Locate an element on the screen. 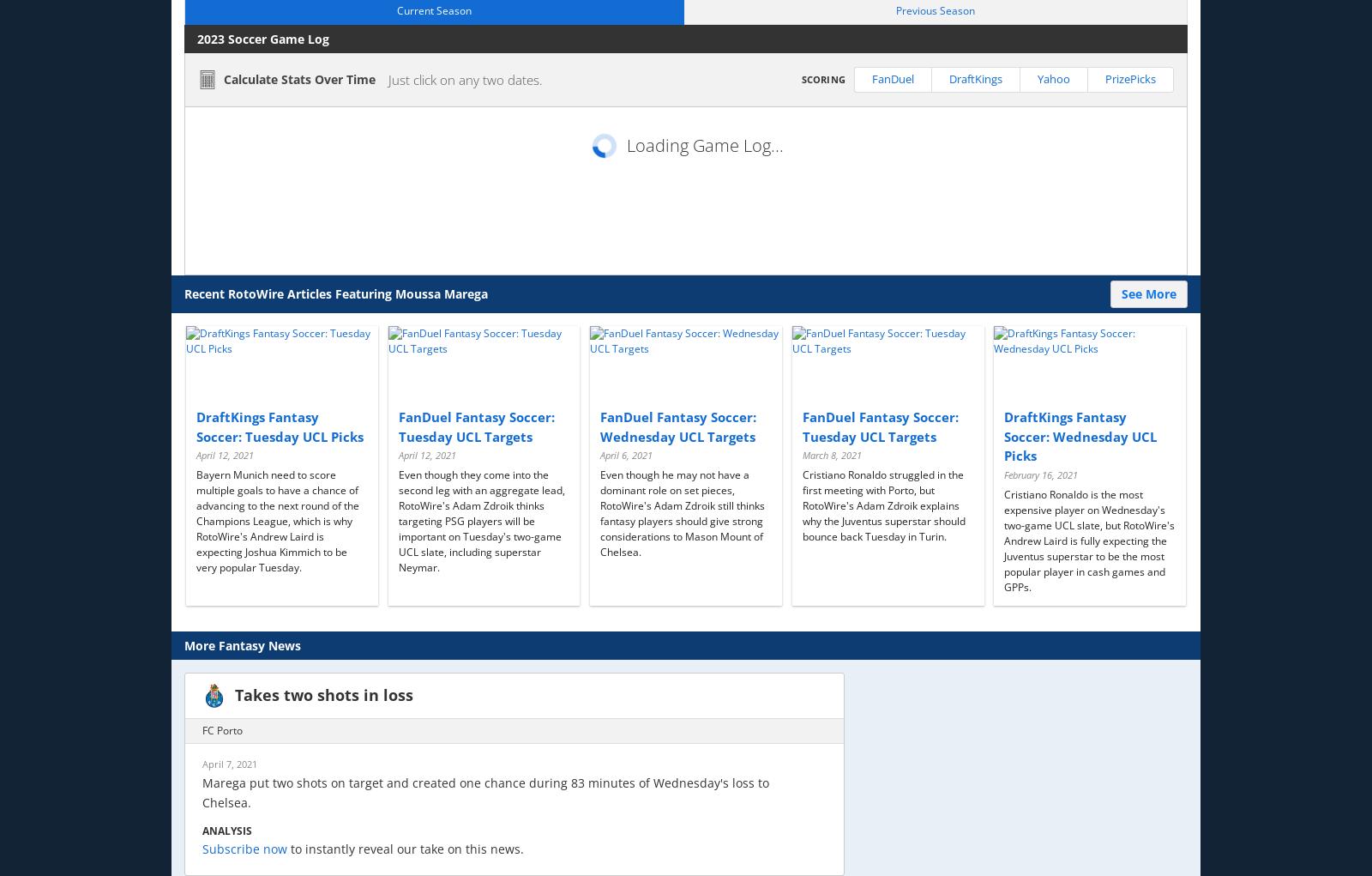 The height and width of the screenshot is (876, 1372). 'April 7, 2021' is located at coordinates (230, 762).